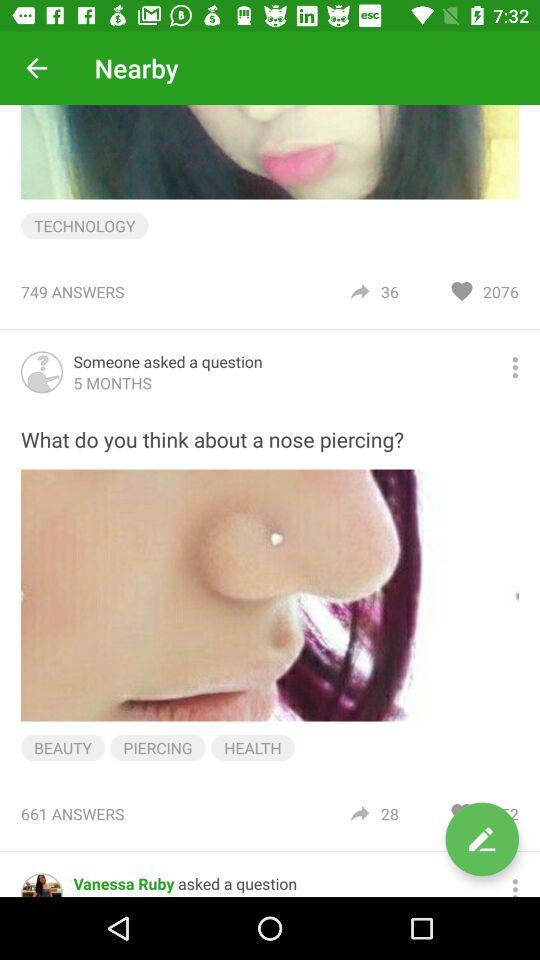 The height and width of the screenshot is (960, 540). What do you see at coordinates (515, 884) in the screenshot?
I see `more option` at bounding box center [515, 884].